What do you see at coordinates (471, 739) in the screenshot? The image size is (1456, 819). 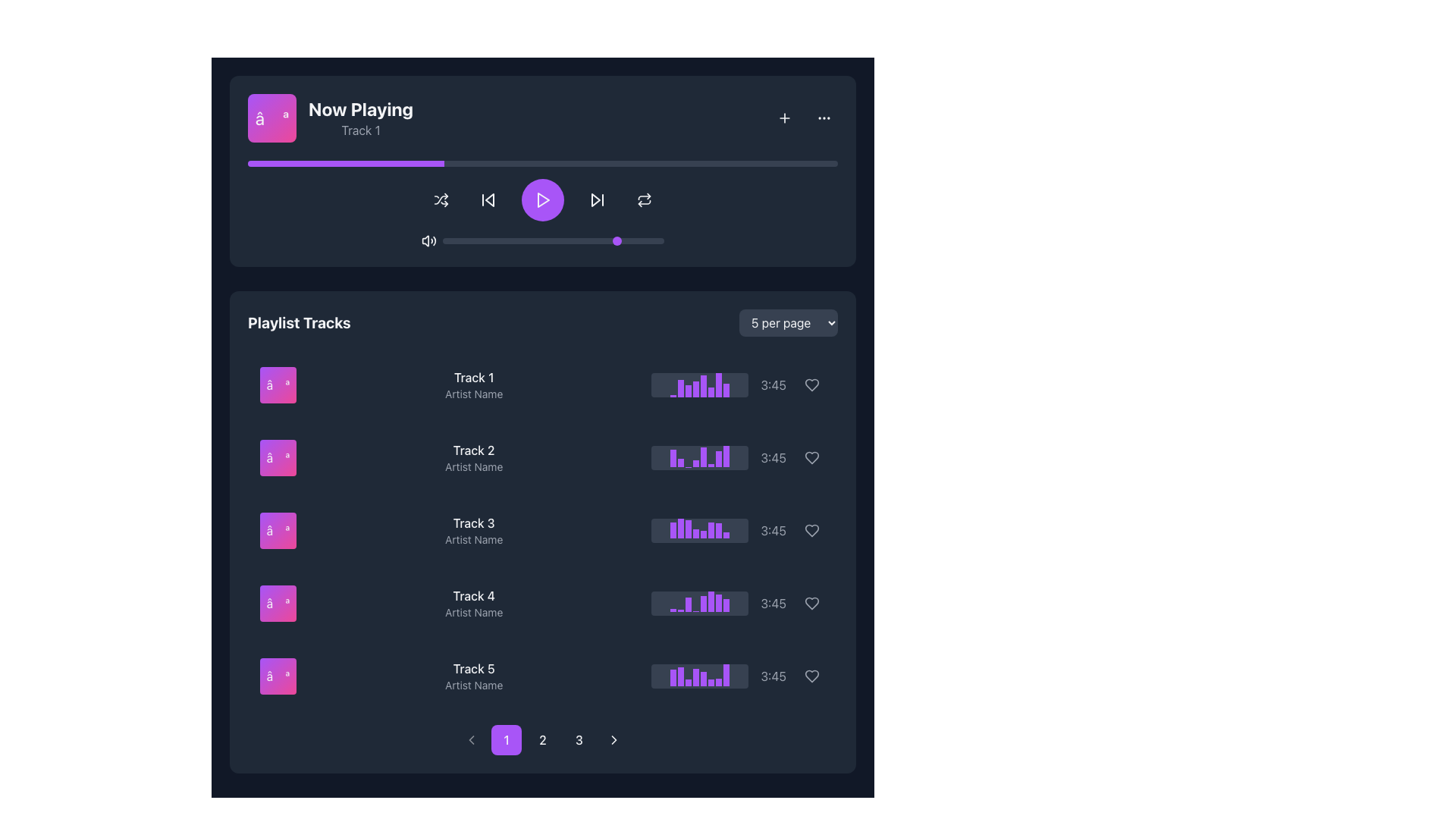 I see `the backward navigation icon button located at the bottom left of the pagination bar` at bounding box center [471, 739].